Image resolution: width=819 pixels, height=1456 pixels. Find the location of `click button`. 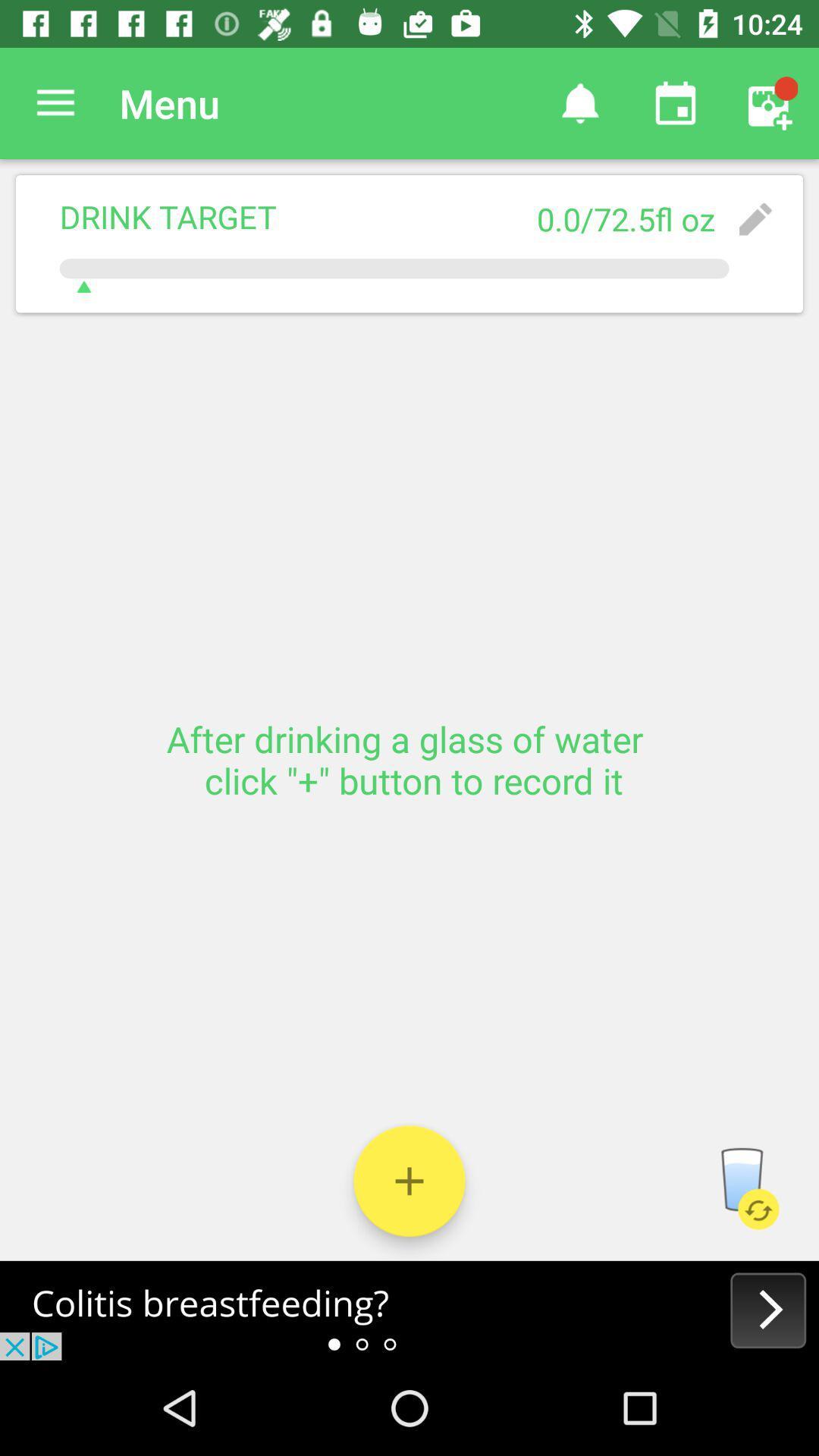

click button is located at coordinates (409, 1180).